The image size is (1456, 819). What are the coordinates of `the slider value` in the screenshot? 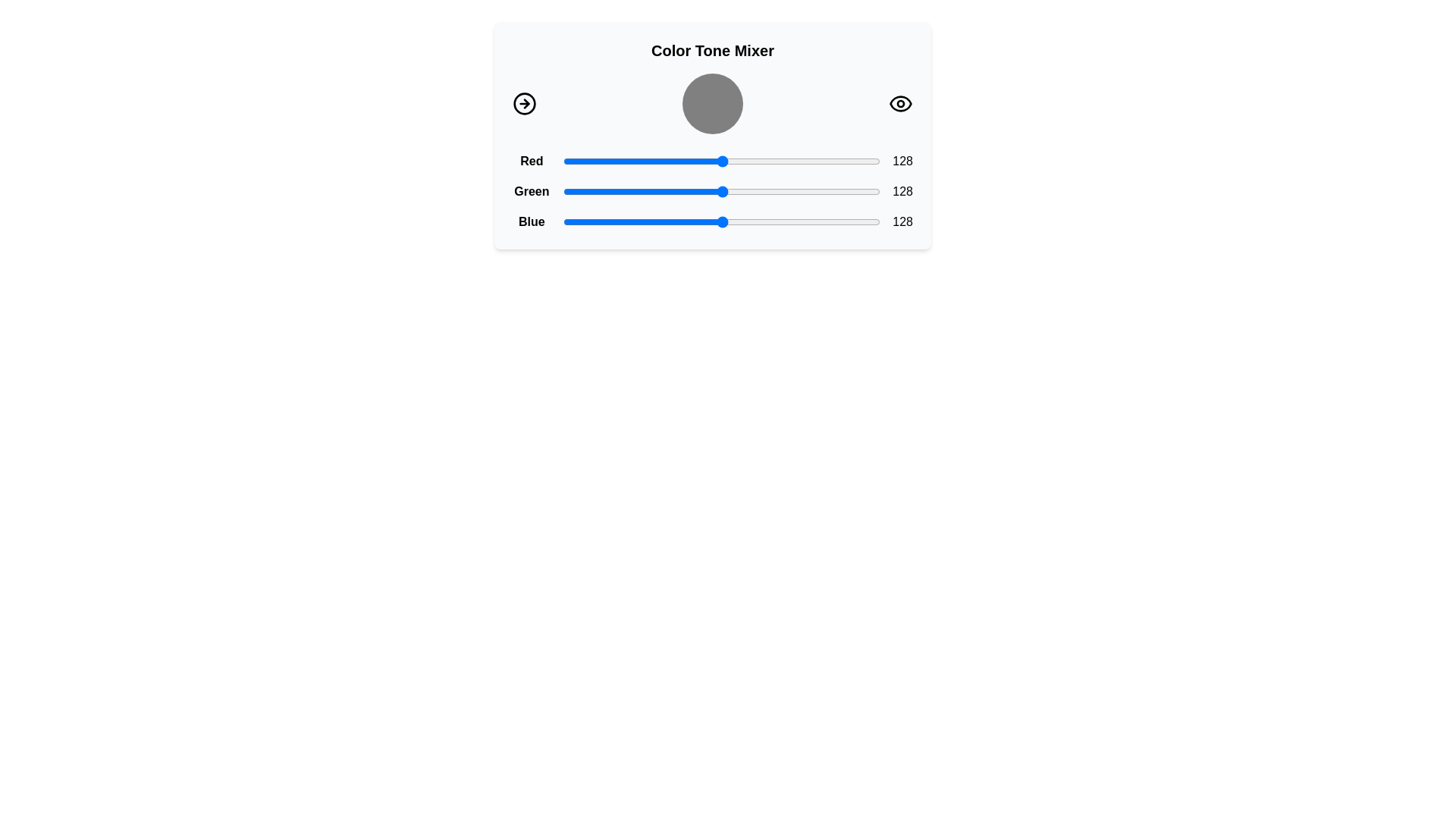 It's located at (837, 222).